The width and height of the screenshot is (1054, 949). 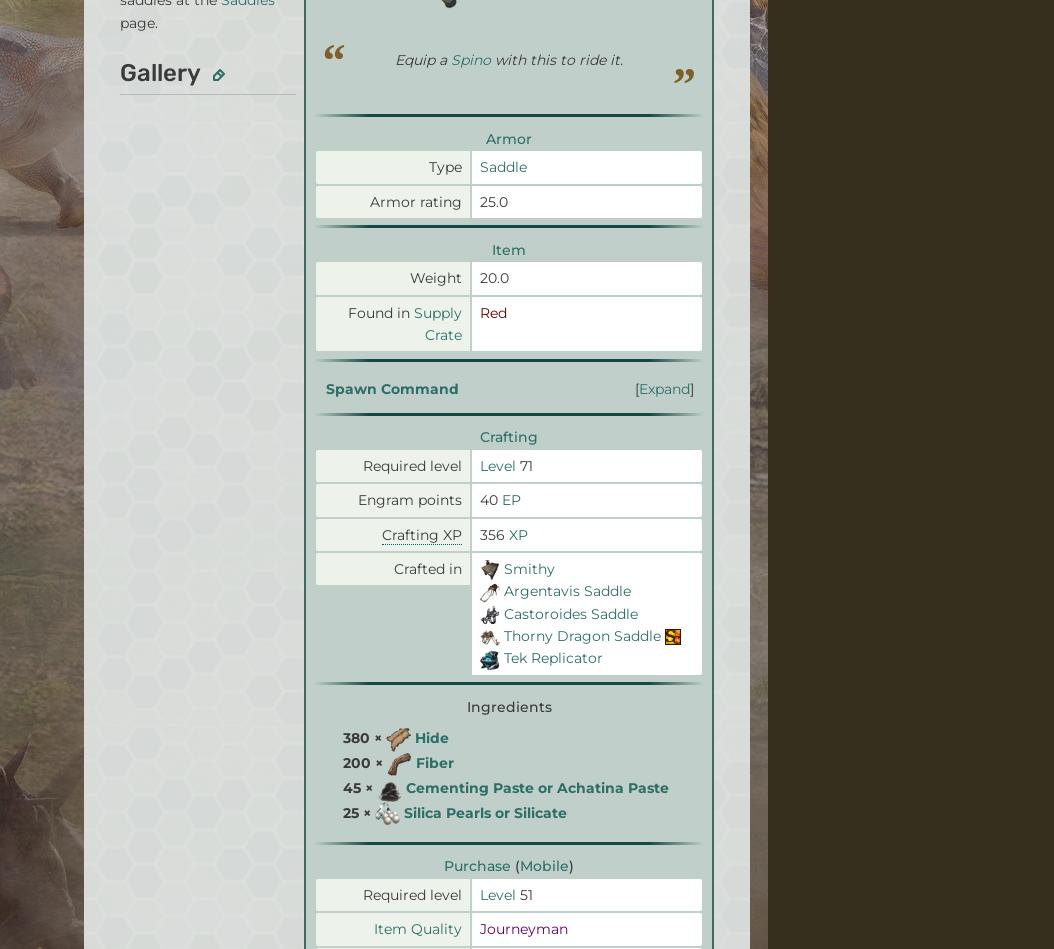 I want to click on 'Media Kit', so click(x=83, y=672).